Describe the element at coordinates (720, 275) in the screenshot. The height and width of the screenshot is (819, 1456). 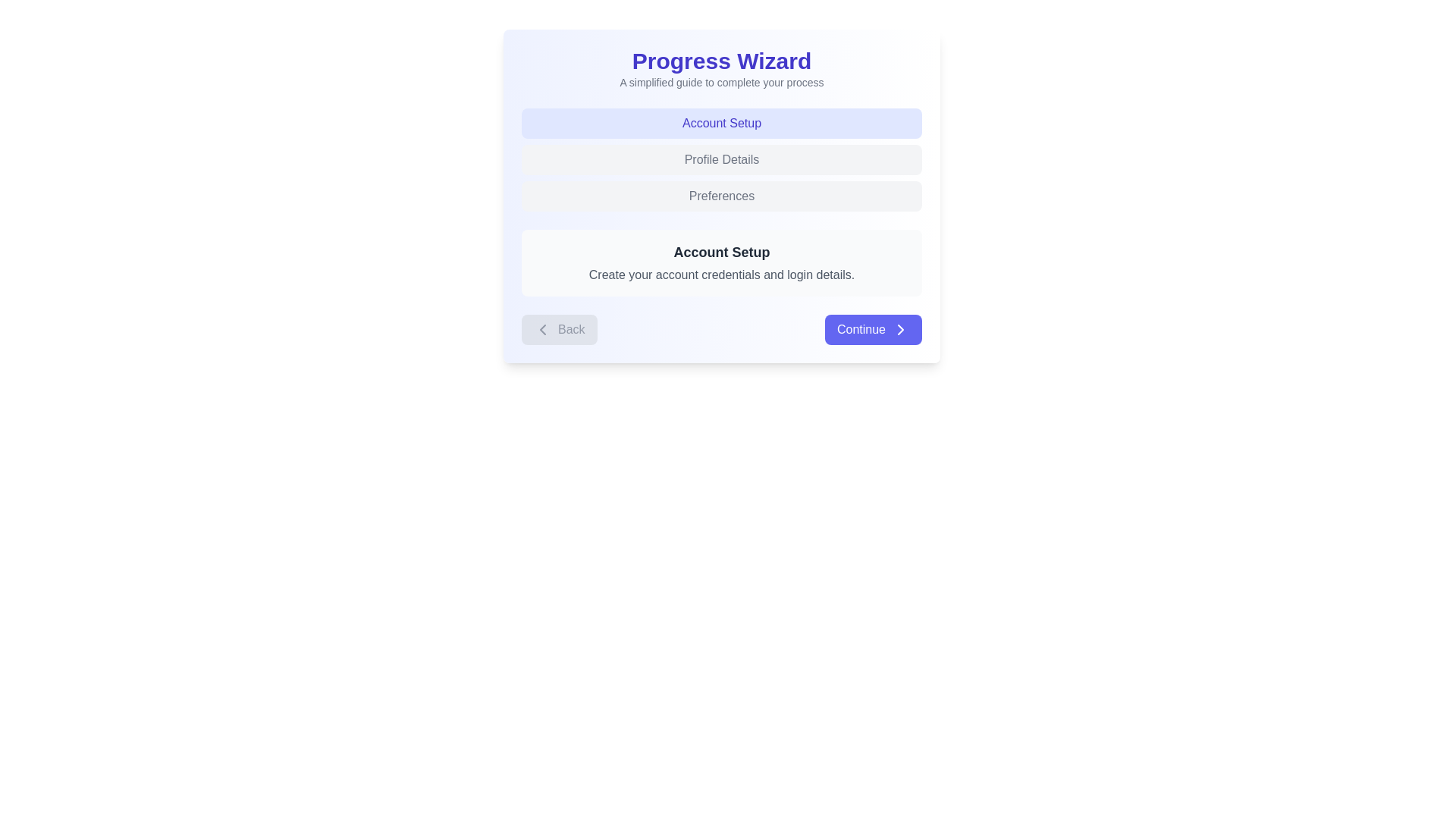
I see `the text label that contains the message 'Create your account credentials and login details.' which is located below the 'Account Setup' heading in a light-gray background box` at that location.